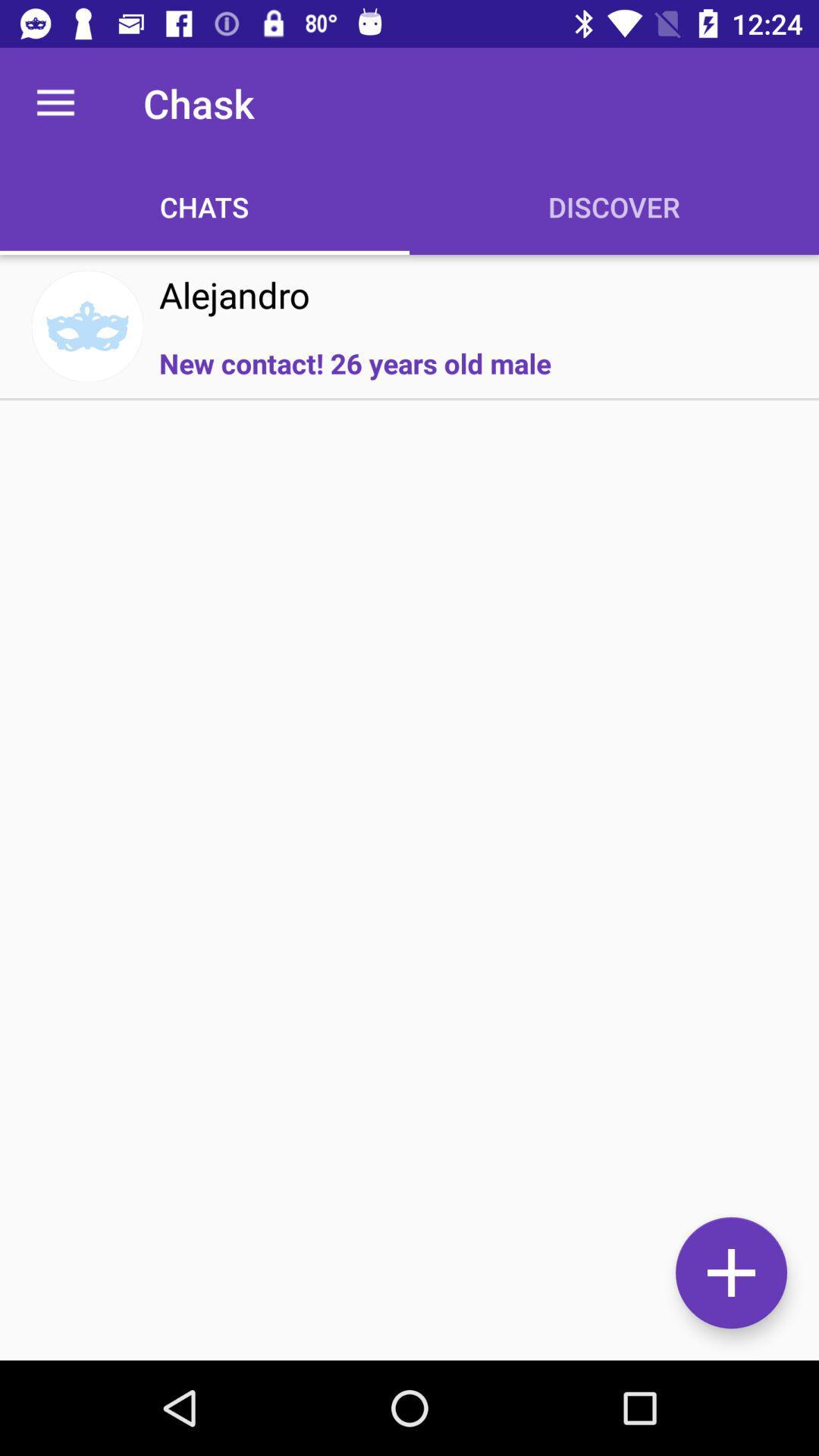 The width and height of the screenshot is (819, 1456). What do you see at coordinates (55, 102) in the screenshot?
I see `the item to the left of the chask icon` at bounding box center [55, 102].